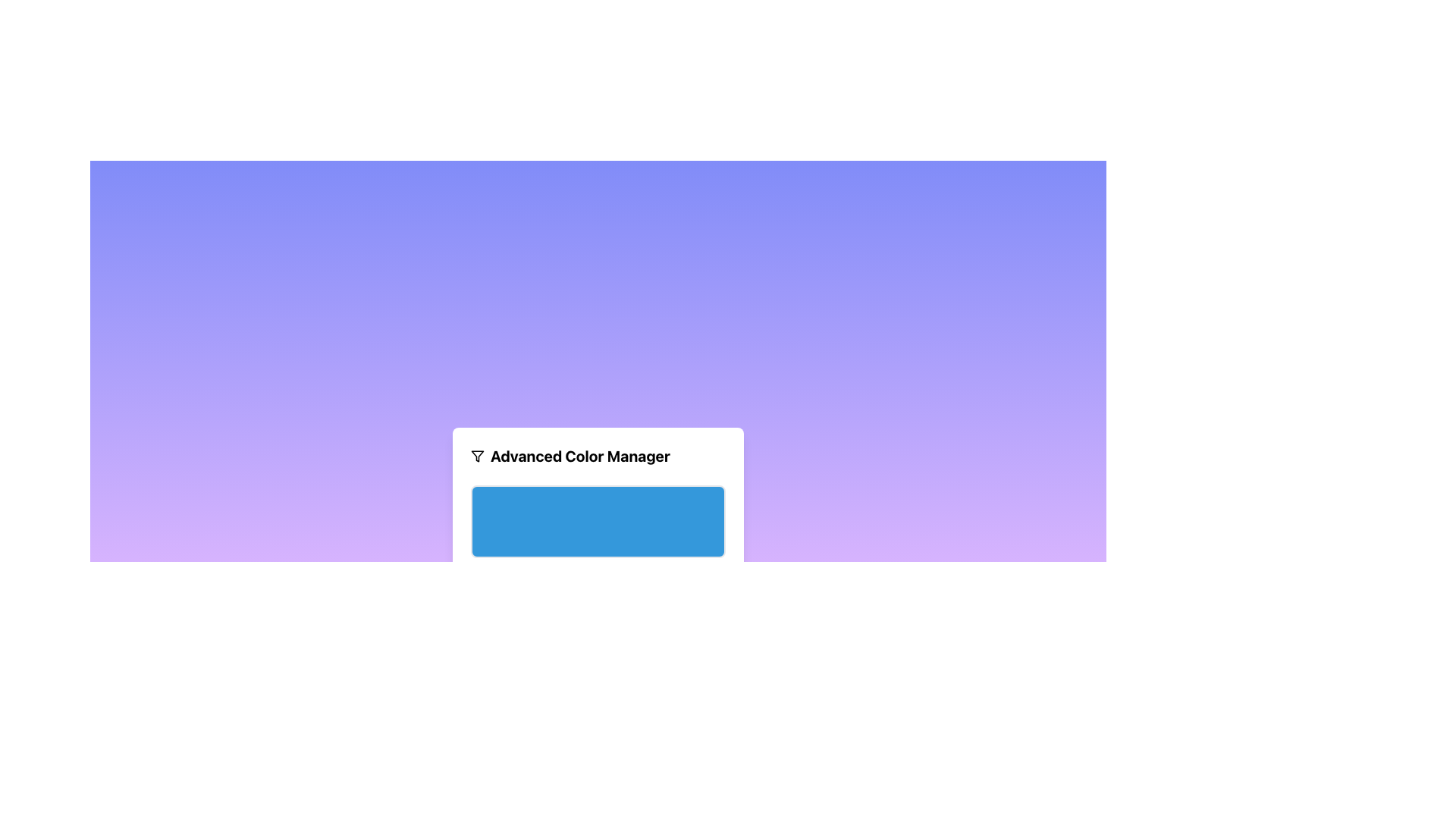  Describe the element at coordinates (476, 455) in the screenshot. I see `the icon positioned to the left of the text 'Advanced Color Manager'` at that location.